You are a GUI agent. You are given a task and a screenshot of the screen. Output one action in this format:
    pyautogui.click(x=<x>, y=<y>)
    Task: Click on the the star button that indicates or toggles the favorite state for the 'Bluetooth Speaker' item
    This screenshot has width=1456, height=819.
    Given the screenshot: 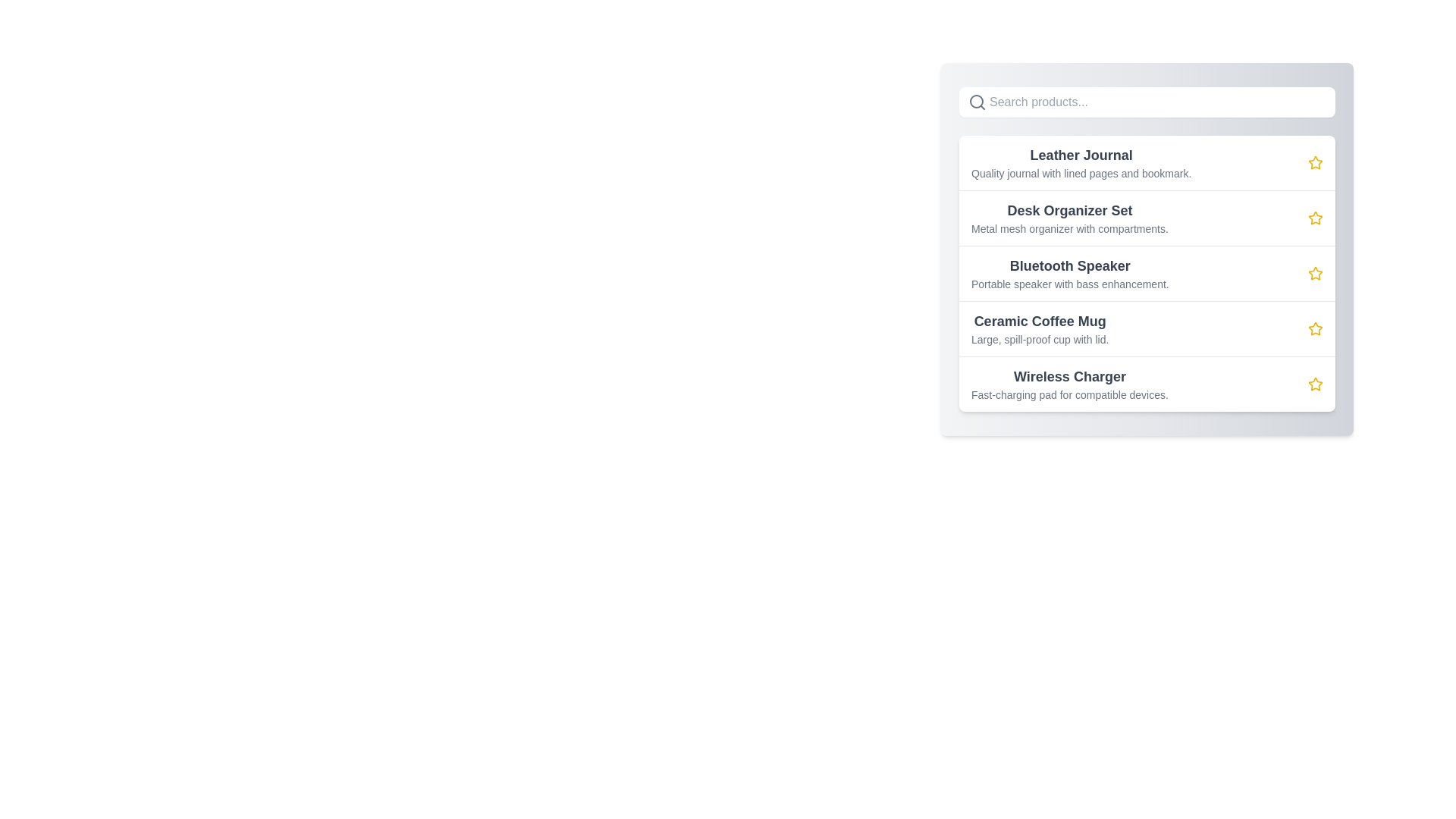 What is the action you would take?
    pyautogui.click(x=1314, y=274)
    